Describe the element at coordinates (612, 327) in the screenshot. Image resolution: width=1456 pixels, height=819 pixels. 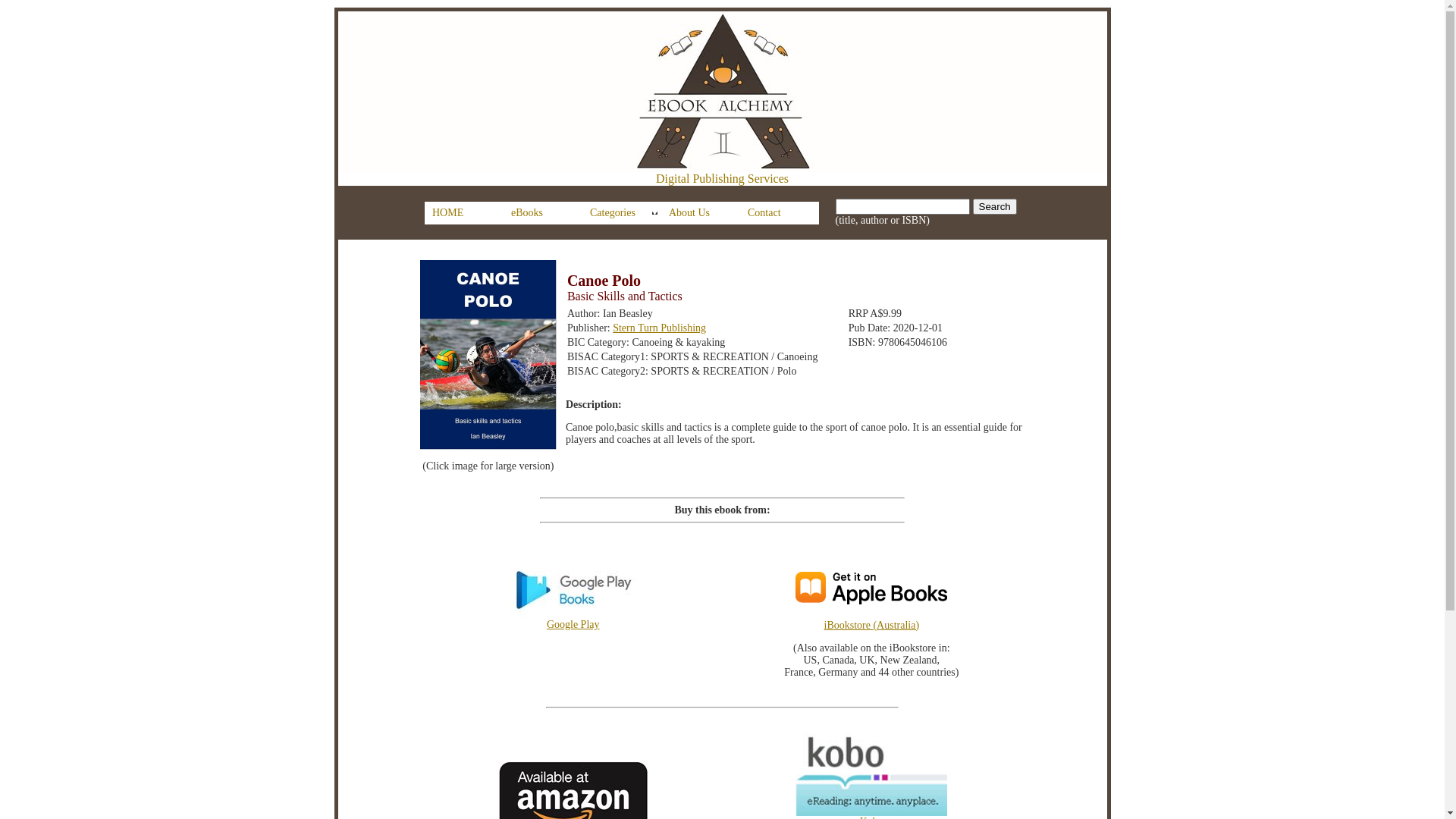
I see `'Stern Turn Publishing'` at that location.